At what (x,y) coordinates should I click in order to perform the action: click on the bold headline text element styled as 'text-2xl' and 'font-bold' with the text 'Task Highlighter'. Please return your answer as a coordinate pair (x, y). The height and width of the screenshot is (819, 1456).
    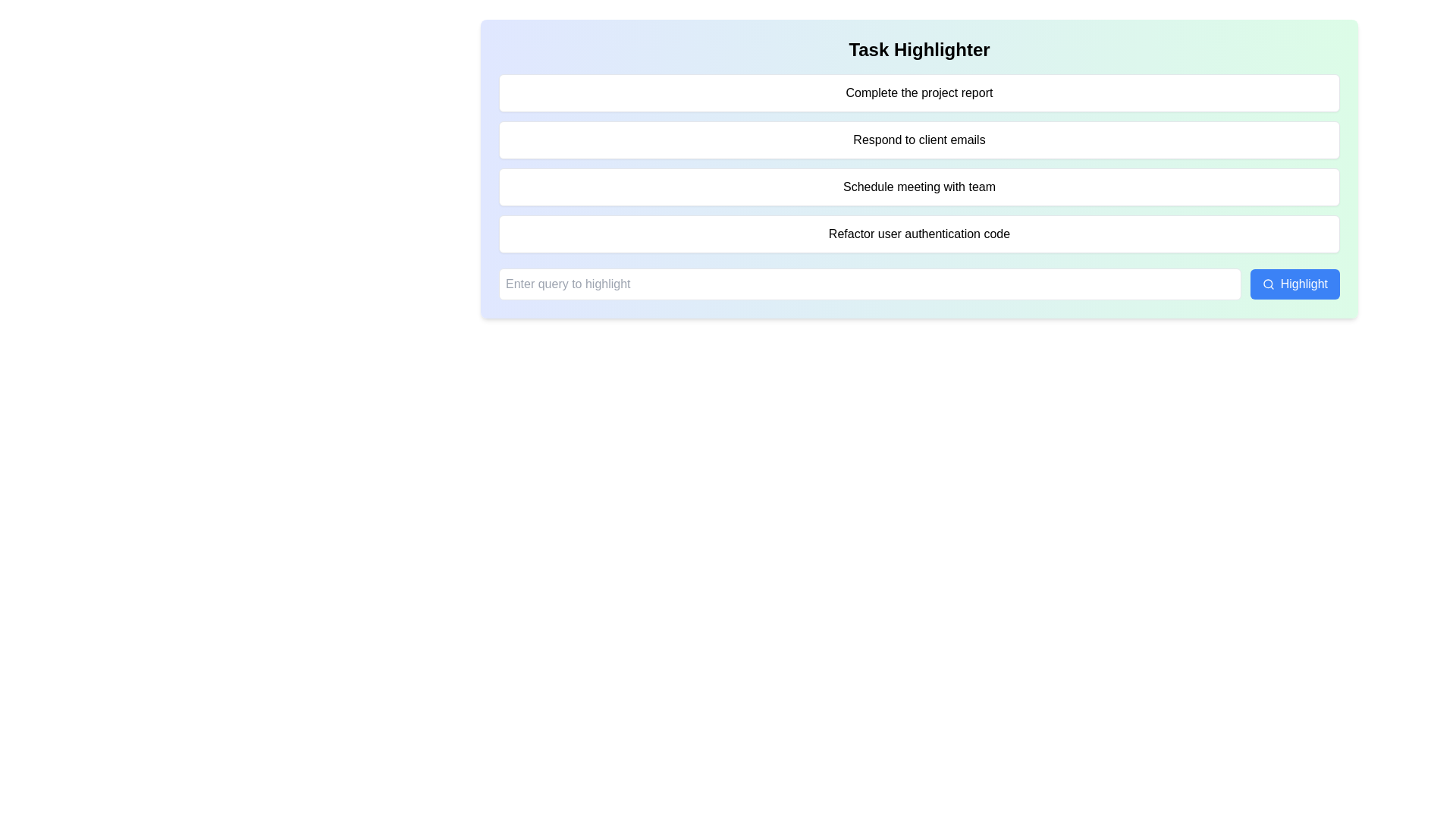
    Looking at the image, I should click on (918, 49).